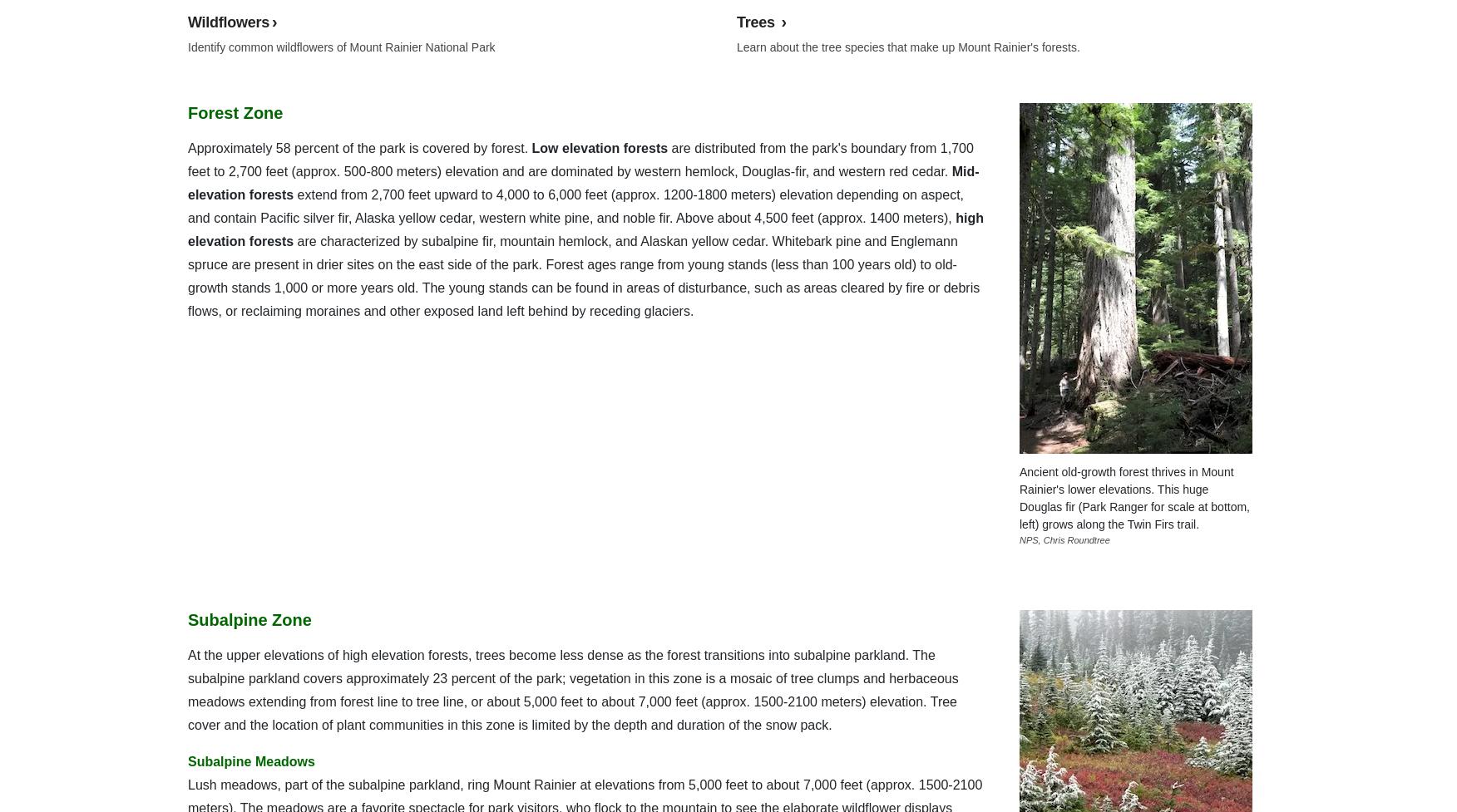 Image resolution: width=1457 pixels, height=812 pixels. What do you see at coordinates (187, 24) in the screenshot?
I see `'Accessibility'` at bounding box center [187, 24].